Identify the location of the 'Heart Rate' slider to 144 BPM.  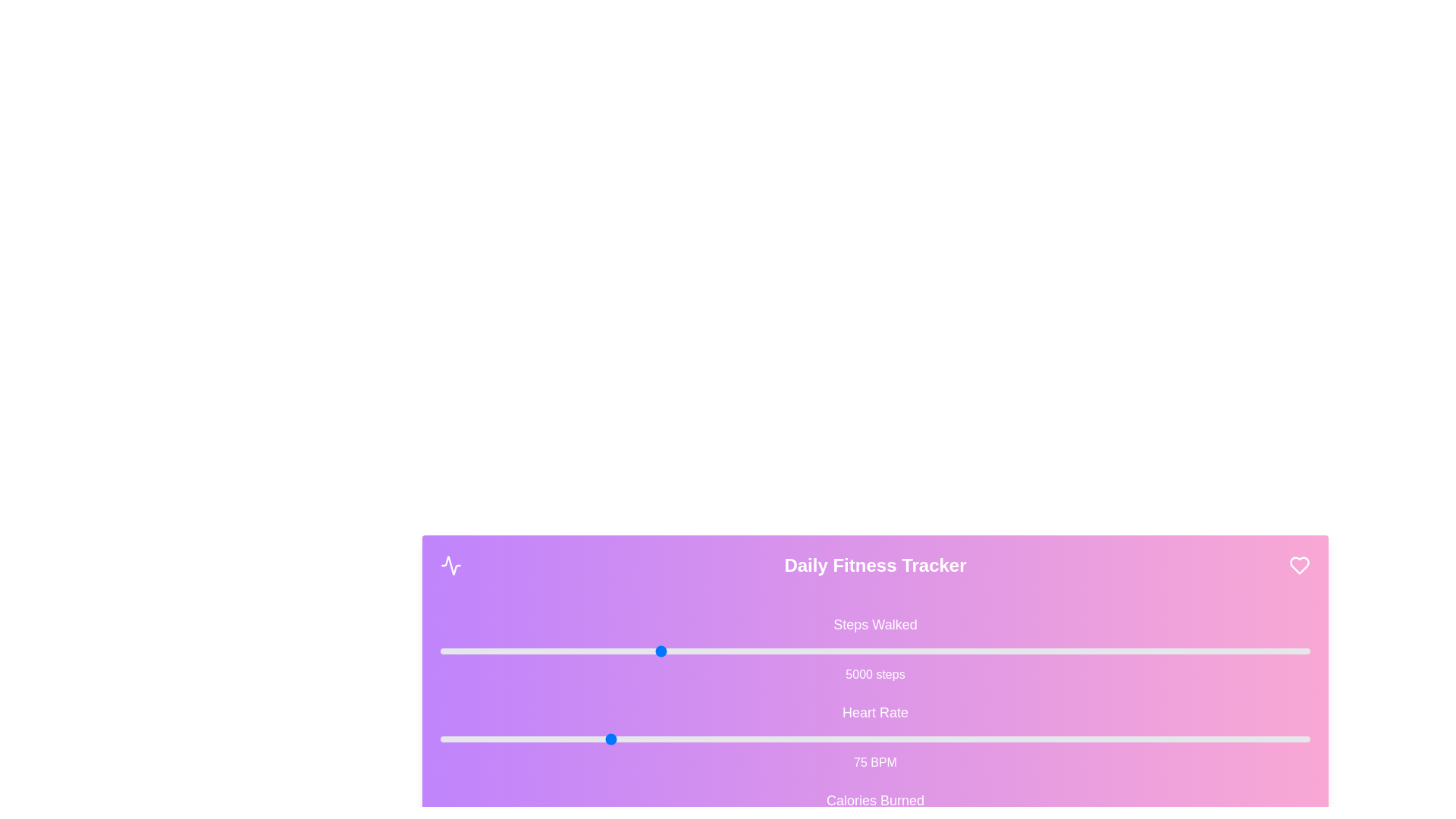
(1068, 739).